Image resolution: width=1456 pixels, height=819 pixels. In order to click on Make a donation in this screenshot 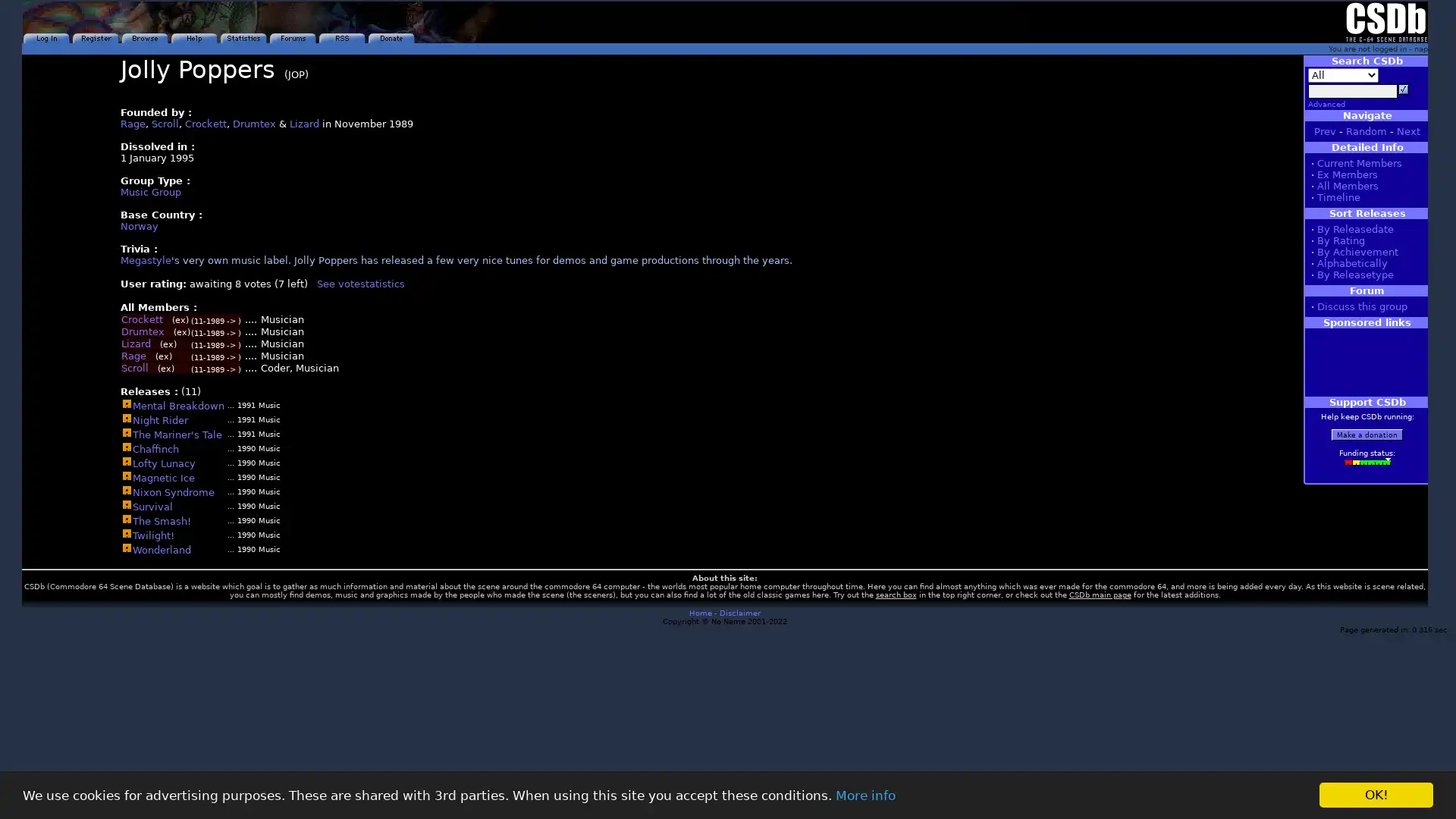, I will do `click(1367, 435)`.